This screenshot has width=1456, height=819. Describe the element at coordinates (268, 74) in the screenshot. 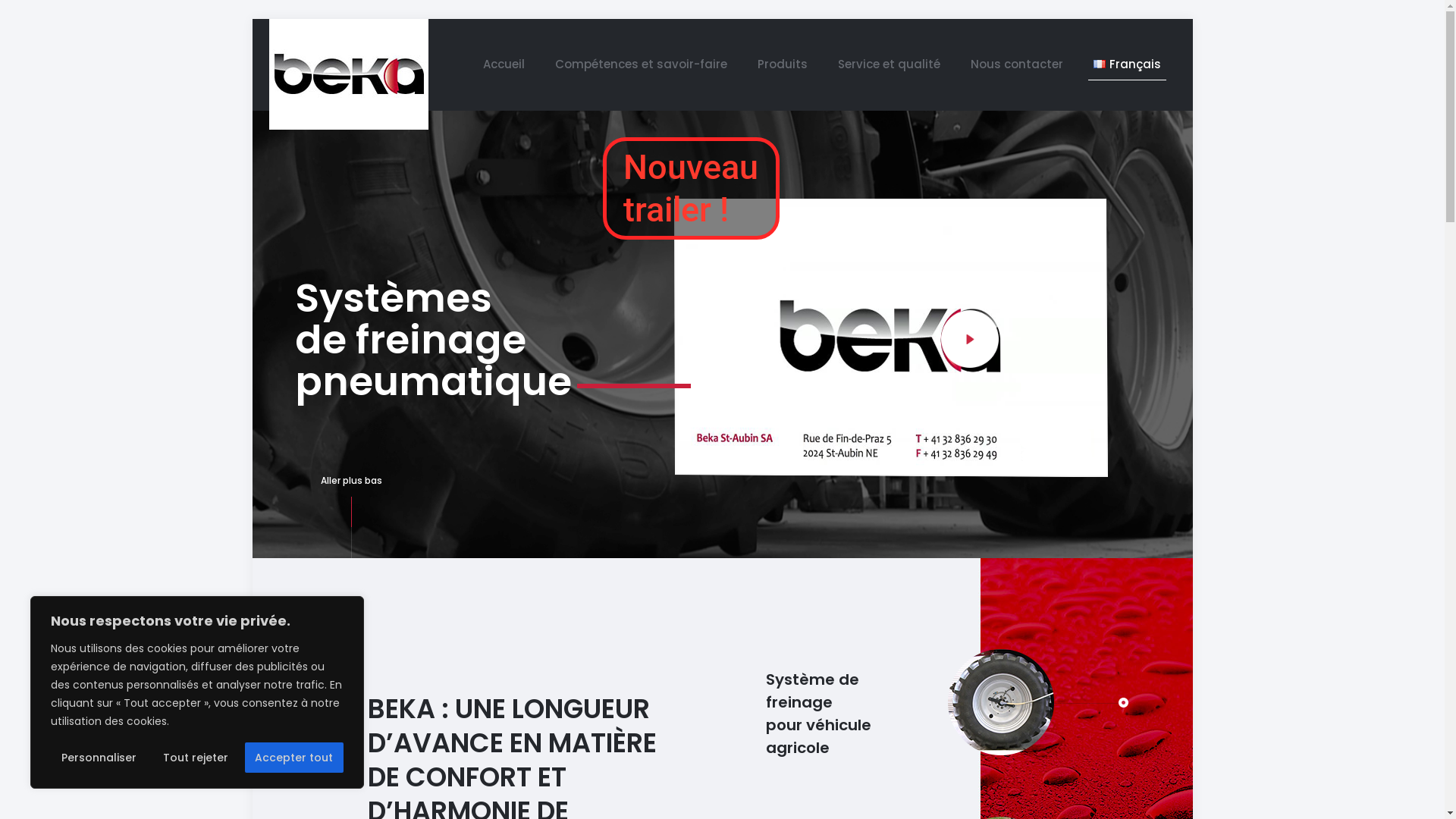

I see `'BEKA ST-AUBIN SA'` at that location.